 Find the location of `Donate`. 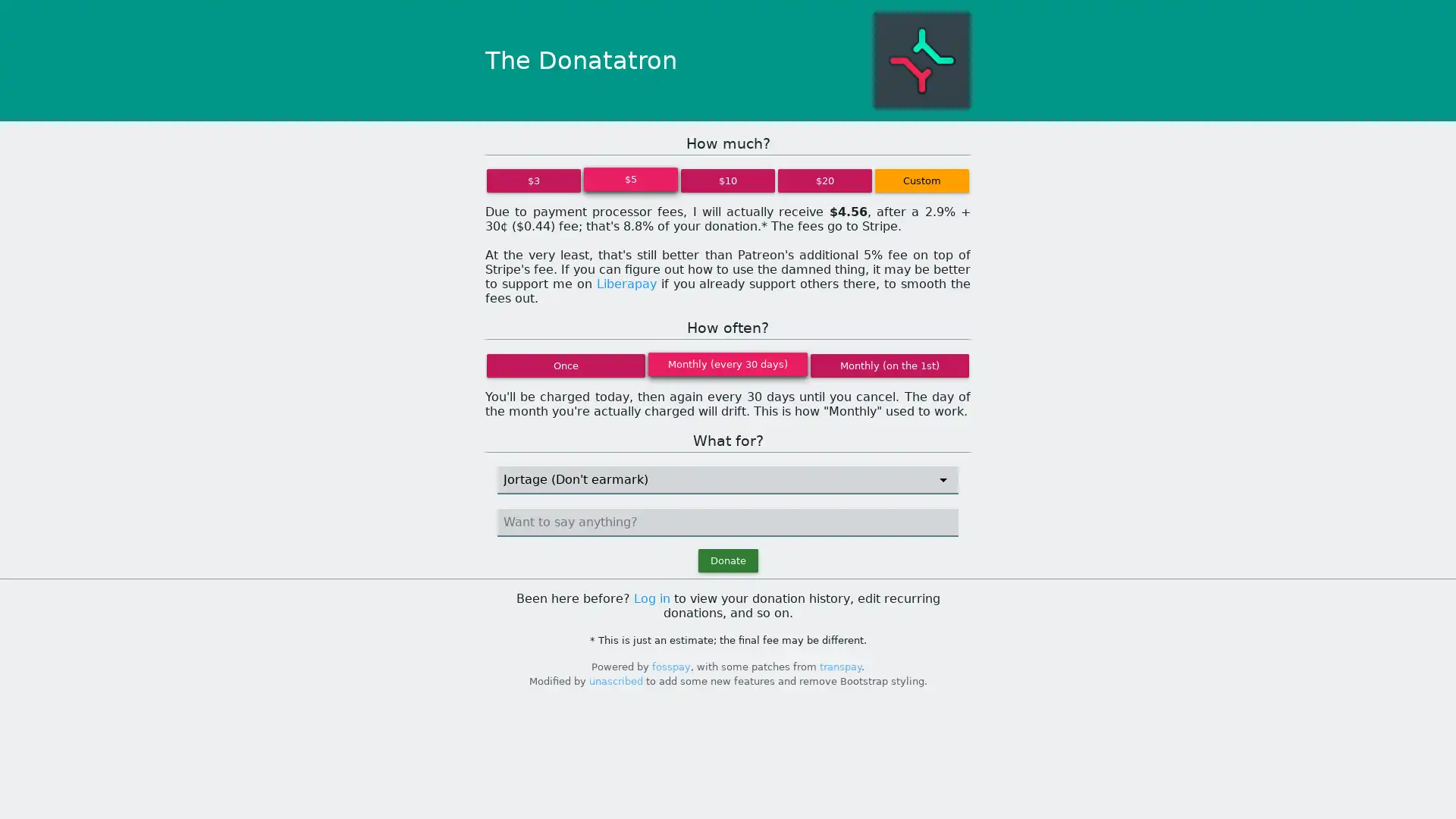

Donate is located at coordinates (726, 560).